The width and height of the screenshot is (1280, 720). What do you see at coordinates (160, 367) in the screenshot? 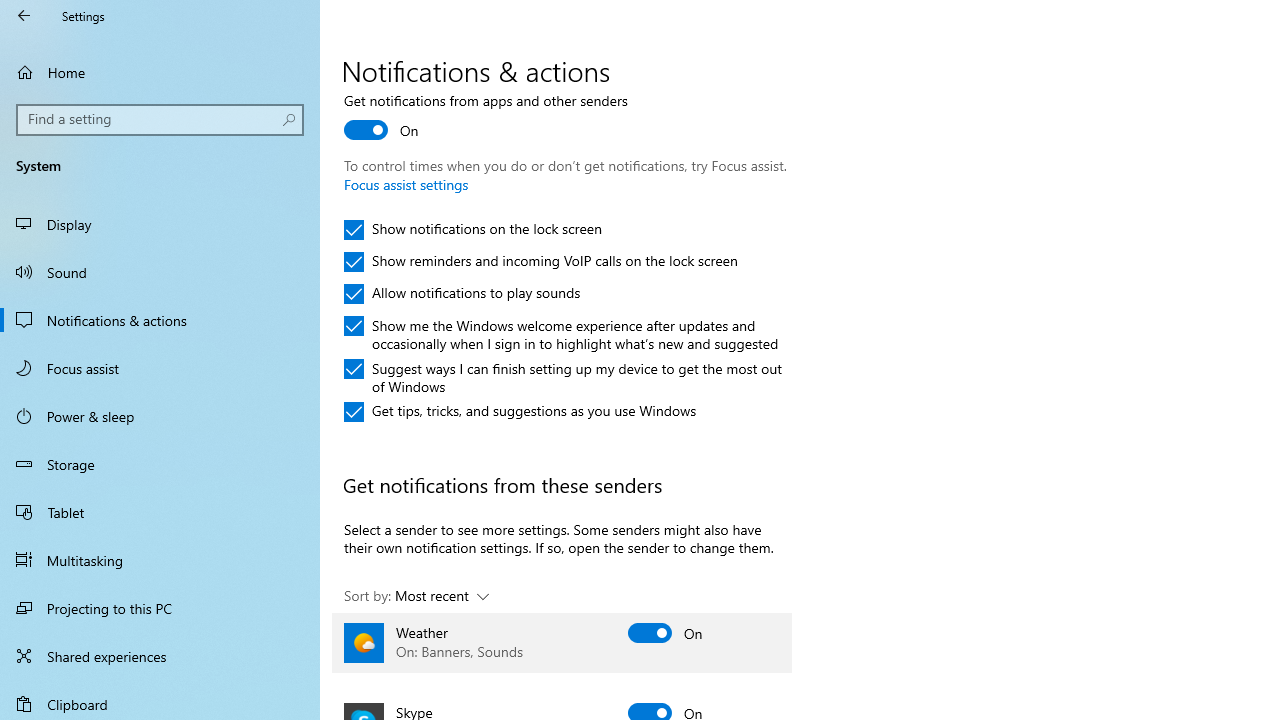
I see `'Focus assist'` at bounding box center [160, 367].